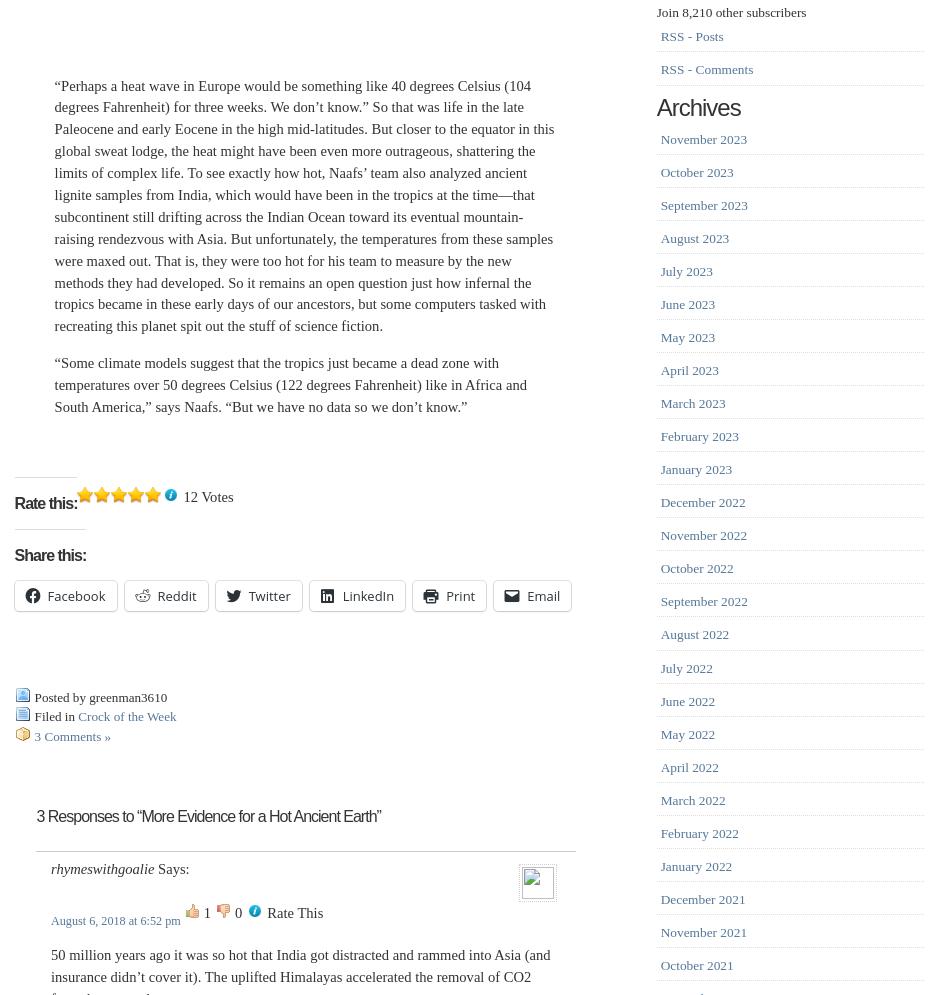 This screenshot has width=935, height=995. Describe the element at coordinates (688, 766) in the screenshot. I see `'April 2022'` at that location.